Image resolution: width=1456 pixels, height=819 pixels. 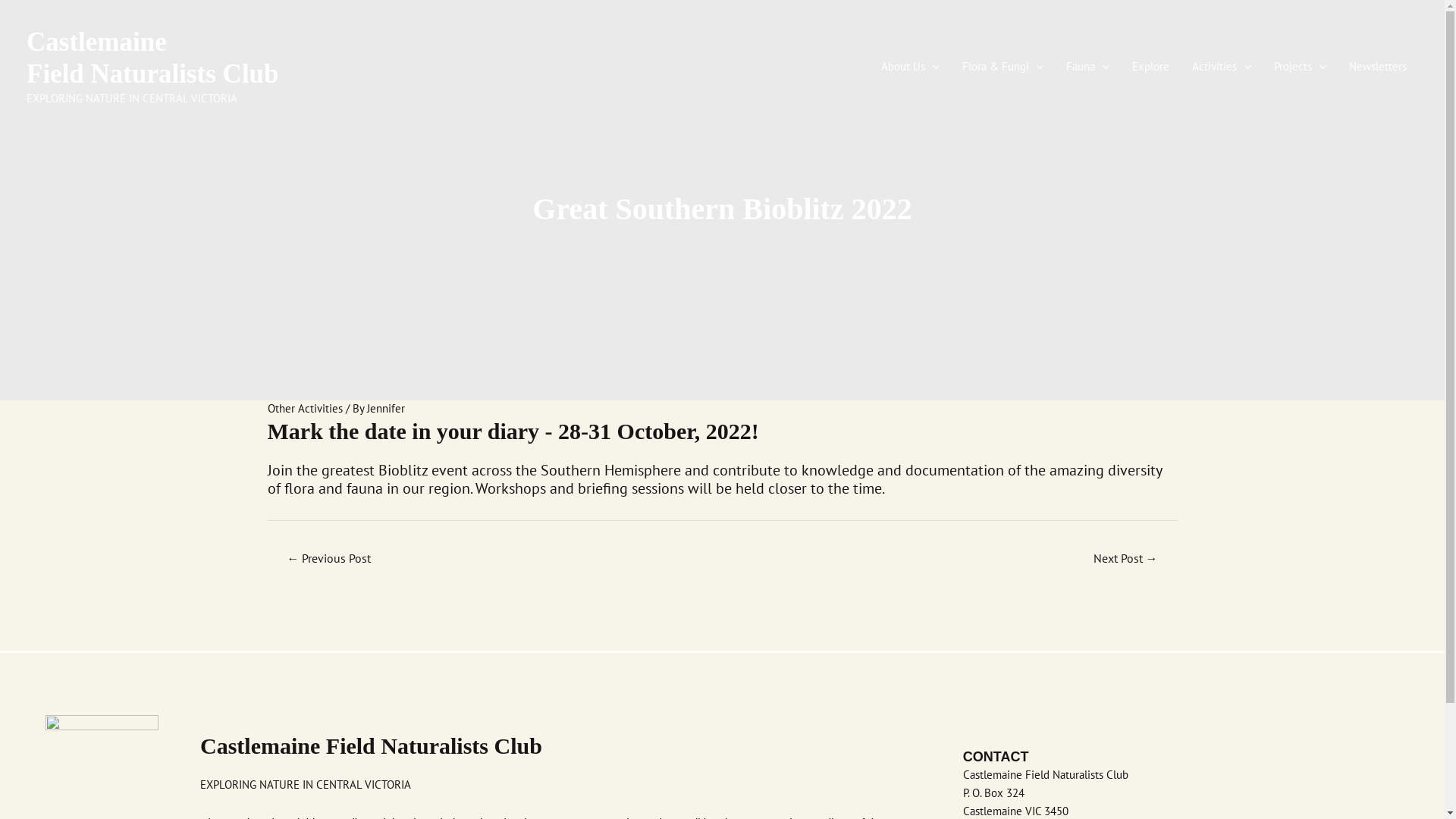 I want to click on 'About Us', so click(x=910, y=66).